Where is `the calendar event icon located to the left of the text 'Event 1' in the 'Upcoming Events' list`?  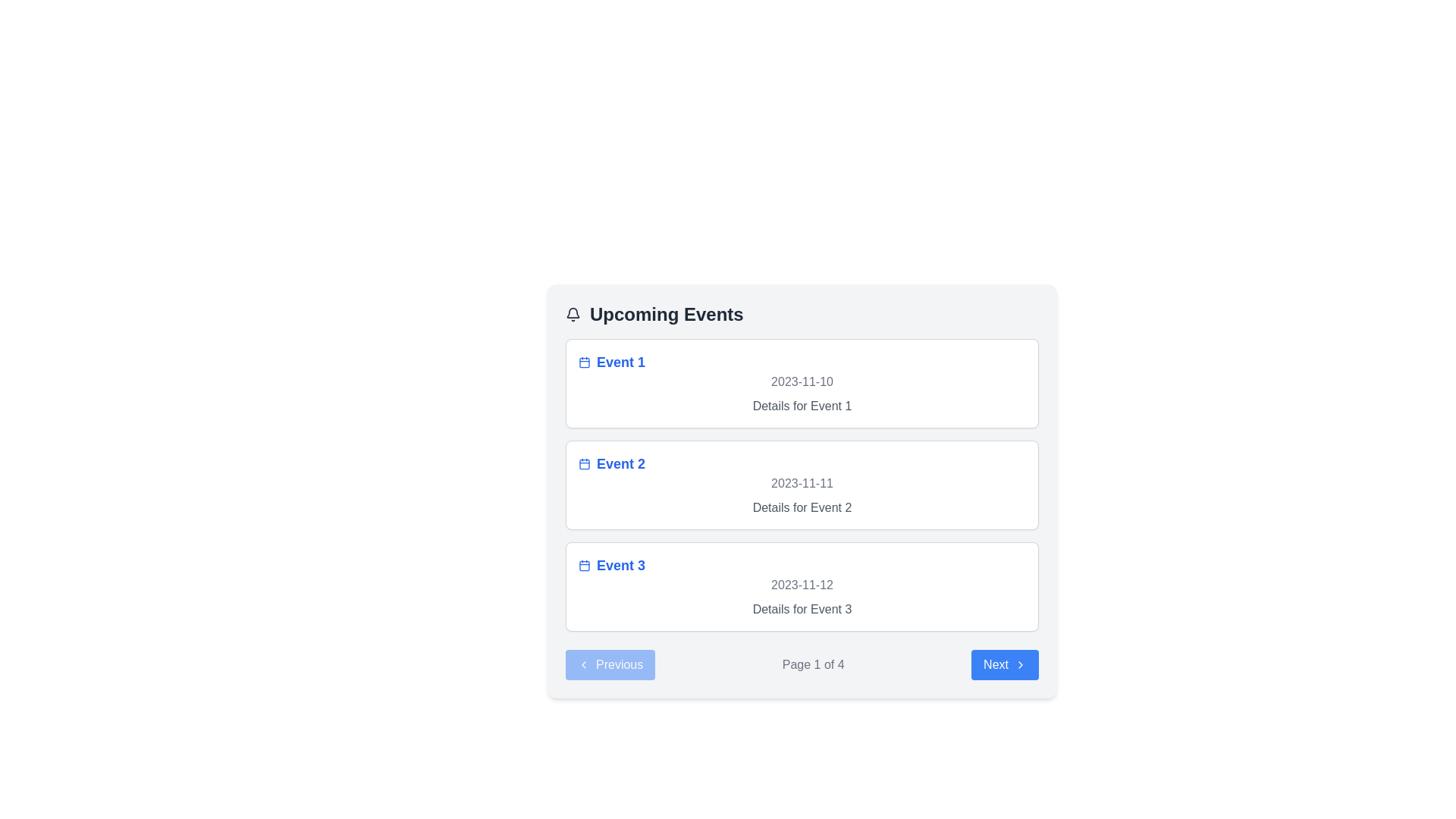 the calendar event icon located to the left of the text 'Event 1' in the 'Upcoming Events' list is located at coordinates (584, 362).